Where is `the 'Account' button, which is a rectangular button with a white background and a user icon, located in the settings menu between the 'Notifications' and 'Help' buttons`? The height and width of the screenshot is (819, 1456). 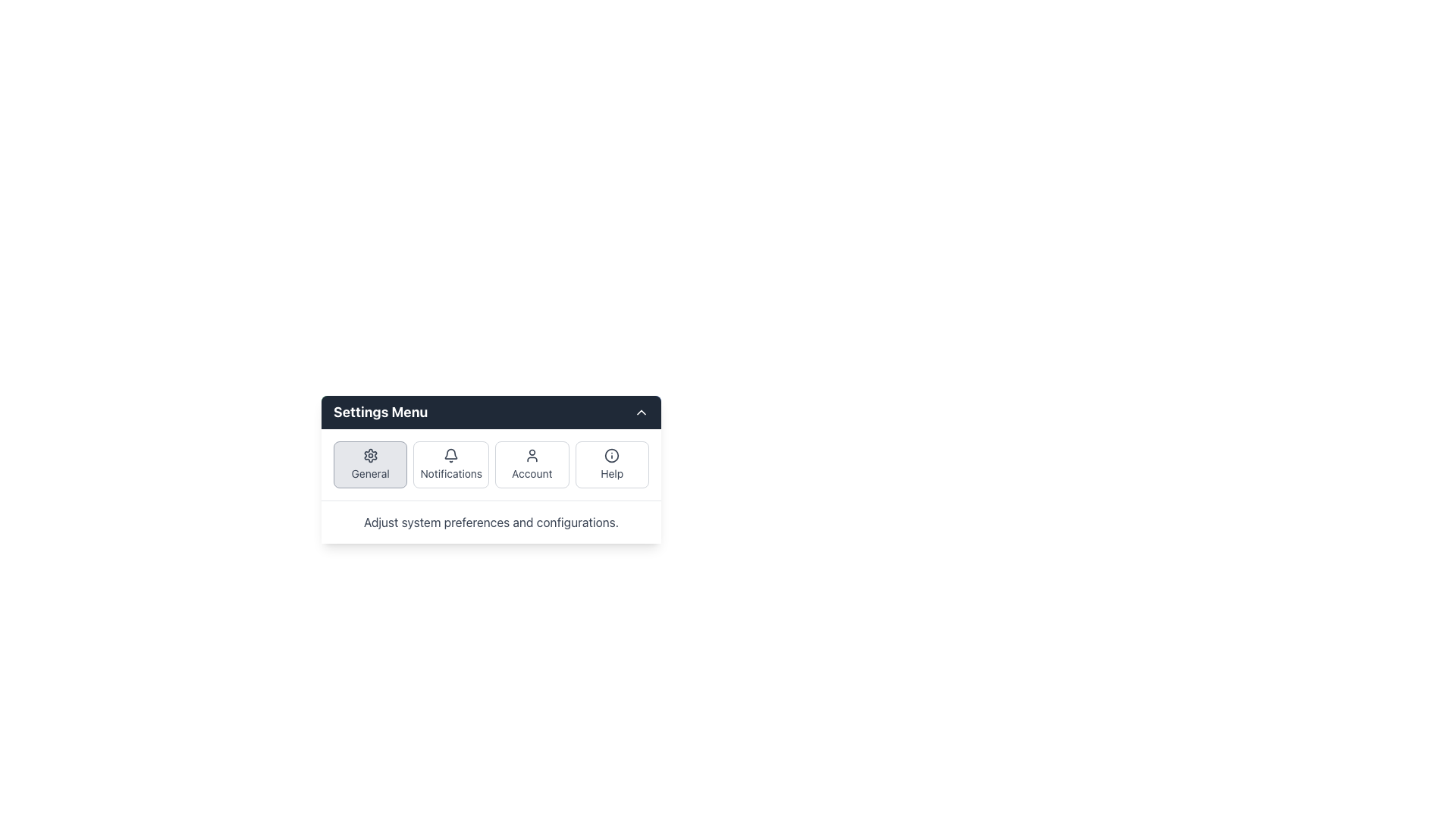 the 'Account' button, which is a rectangular button with a white background and a user icon, located in the settings menu between the 'Notifications' and 'Help' buttons is located at coordinates (532, 464).